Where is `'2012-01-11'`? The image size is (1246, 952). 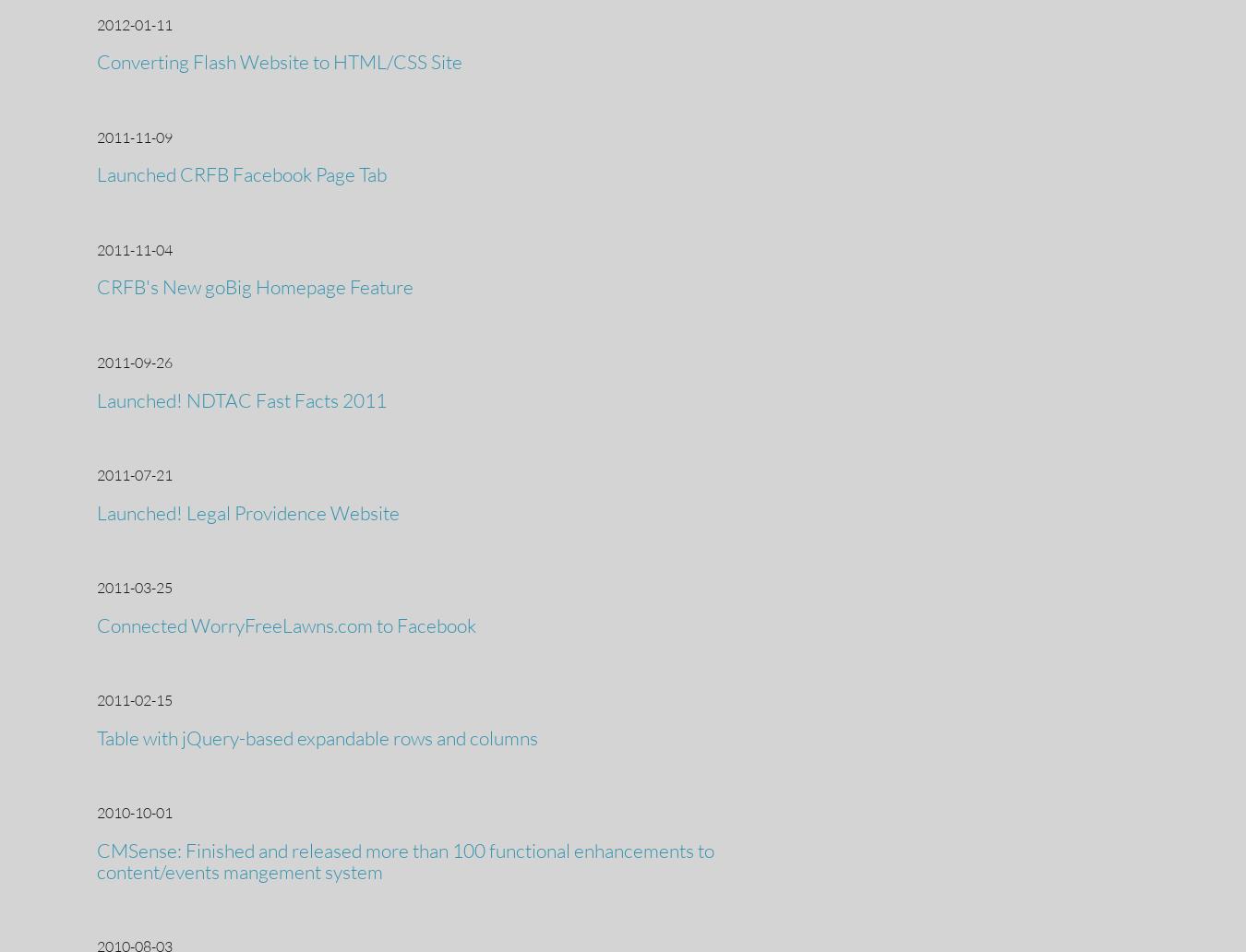 '2012-01-11' is located at coordinates (134, 24).